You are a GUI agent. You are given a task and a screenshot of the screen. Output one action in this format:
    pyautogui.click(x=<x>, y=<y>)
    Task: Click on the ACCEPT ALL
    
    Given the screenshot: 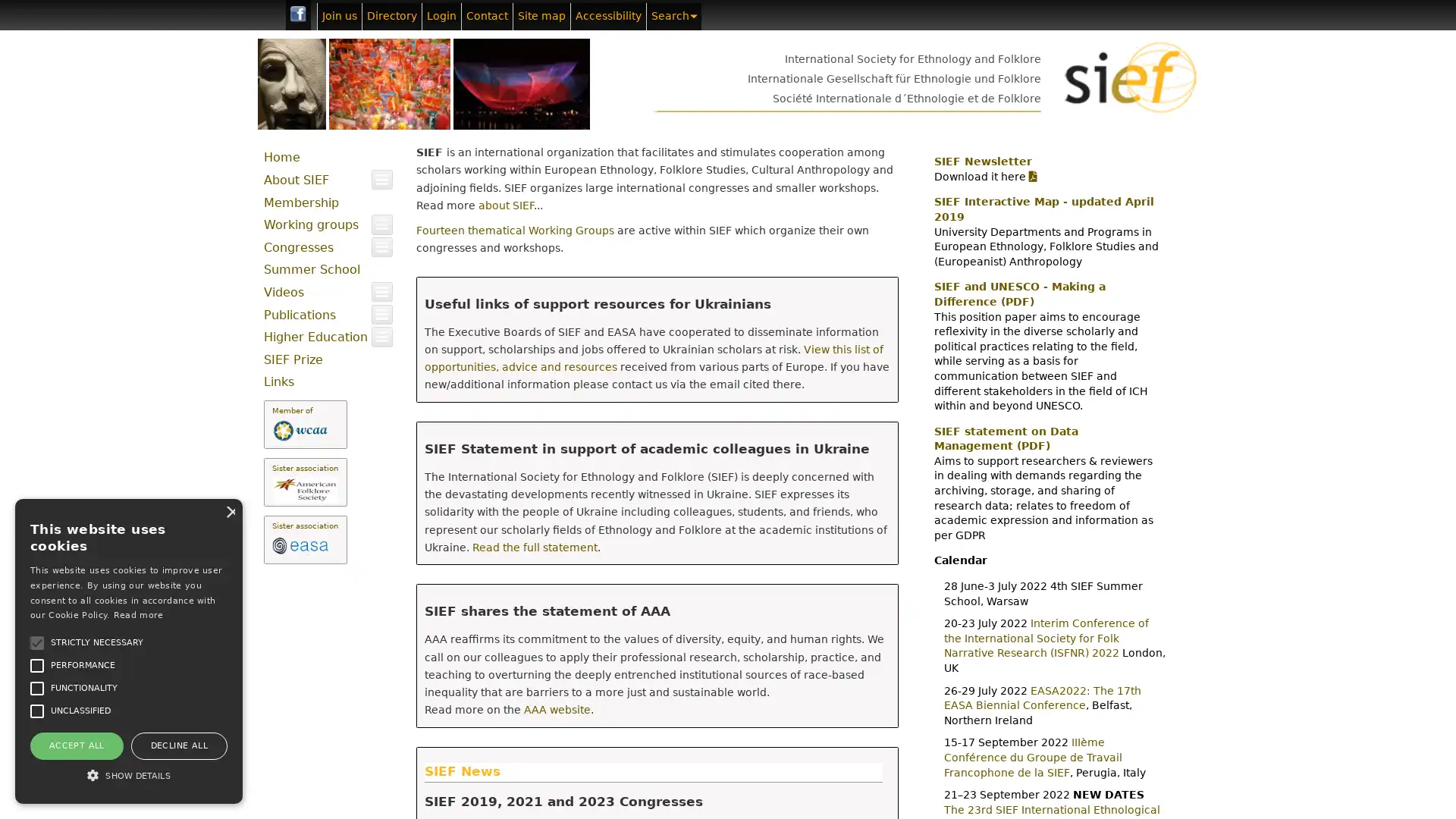 What is the action you would take?
    pyautogui.click(x=75, y=745)
    